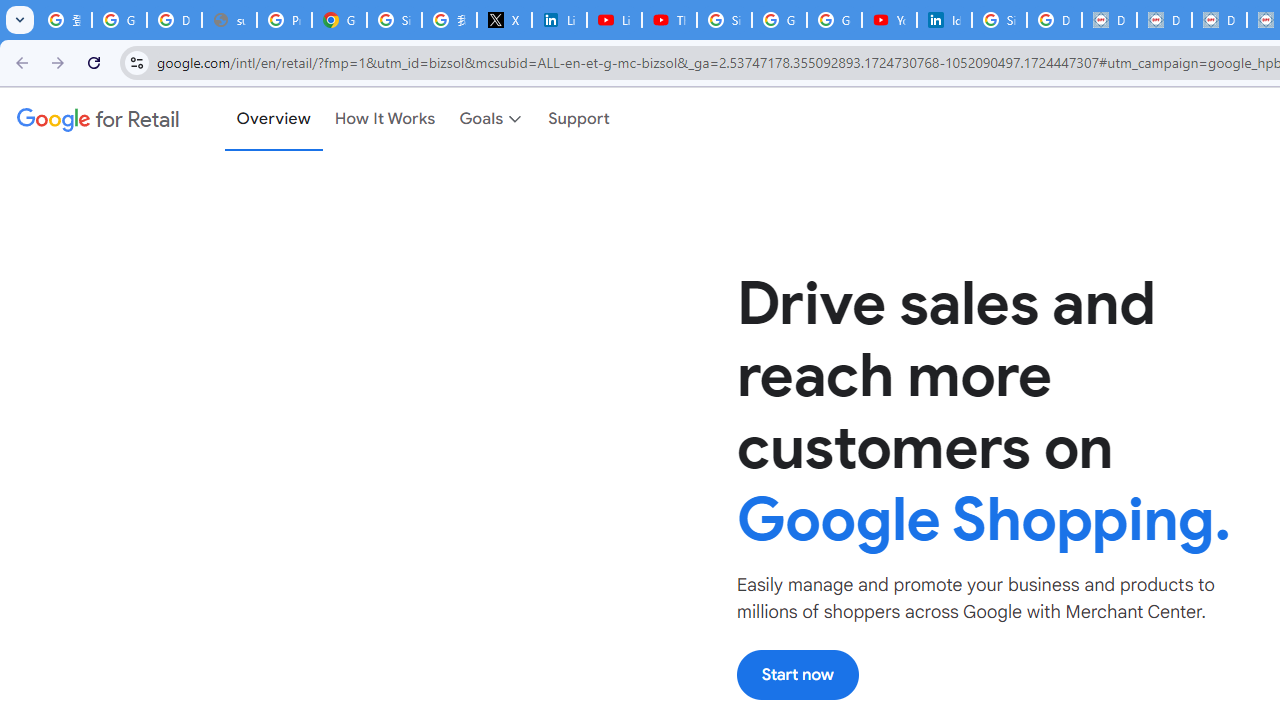  Describe the element at coordinates (796, 674) in the screenshot. I see `'Start now'` at that location.